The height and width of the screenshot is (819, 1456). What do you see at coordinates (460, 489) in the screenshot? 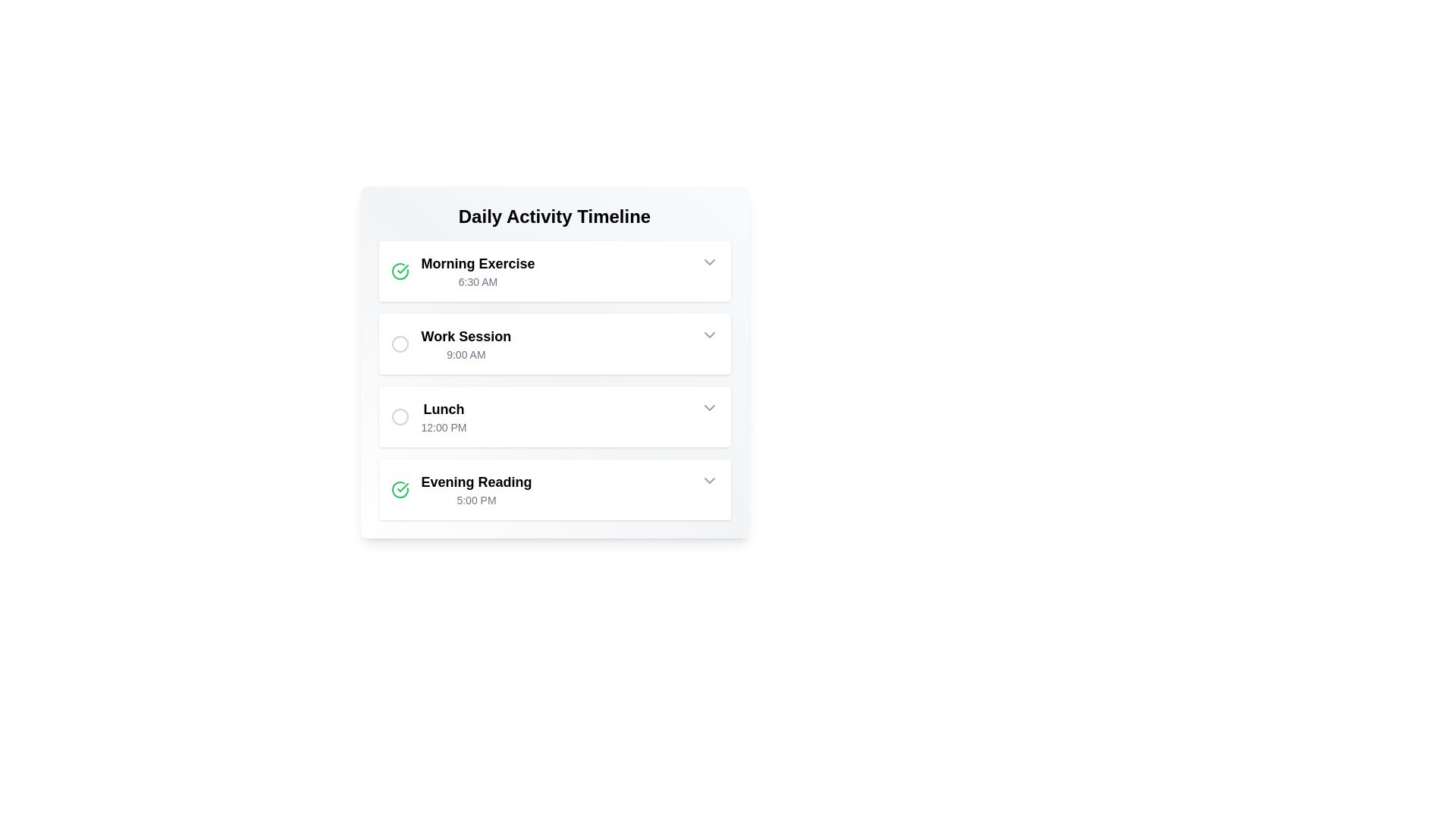
I see `the green circular icon with a check mark next to the bold text 'Evening Reading' to mark it or view details` at bounding box center [460, 489].